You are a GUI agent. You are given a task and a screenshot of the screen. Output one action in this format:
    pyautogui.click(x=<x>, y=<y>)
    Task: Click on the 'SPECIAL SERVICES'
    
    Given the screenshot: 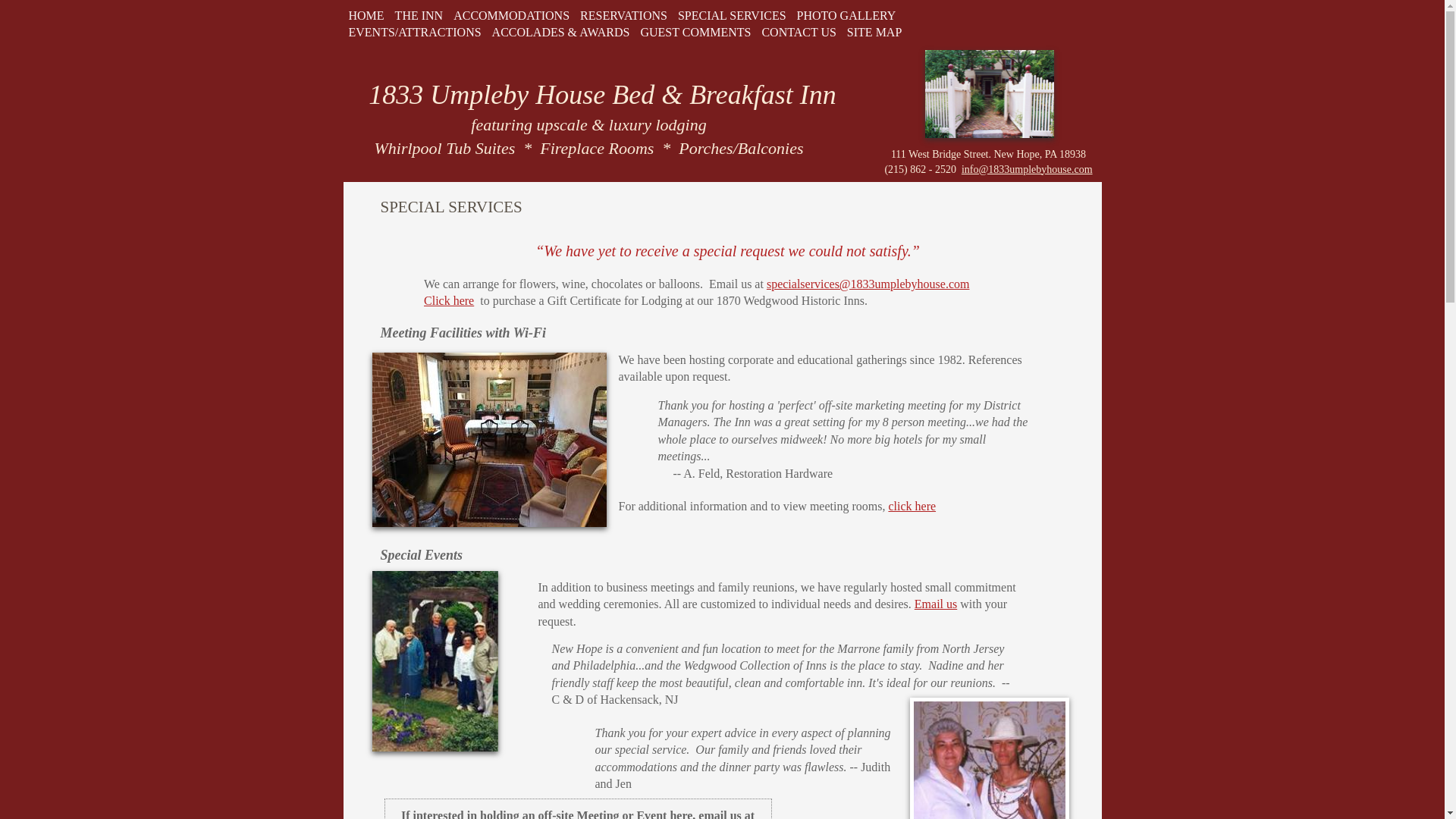 What is the action you would take?
    pyautogui.click(x=732, y=15)
    